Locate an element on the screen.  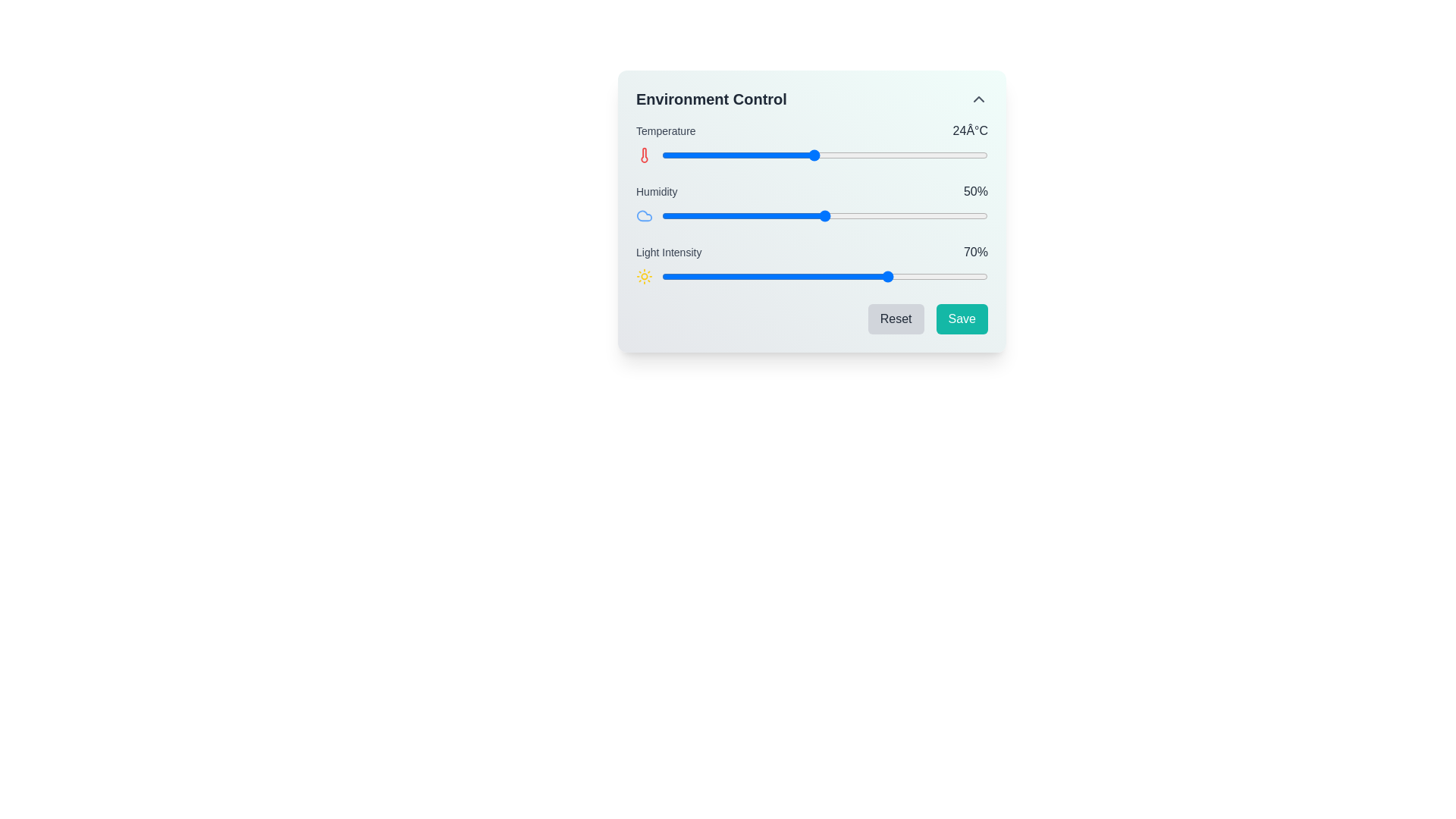
the light intensity slider, the third adjustable component below the 'Light Intensity' label and '70%' text is located at coordinates (811, 277).